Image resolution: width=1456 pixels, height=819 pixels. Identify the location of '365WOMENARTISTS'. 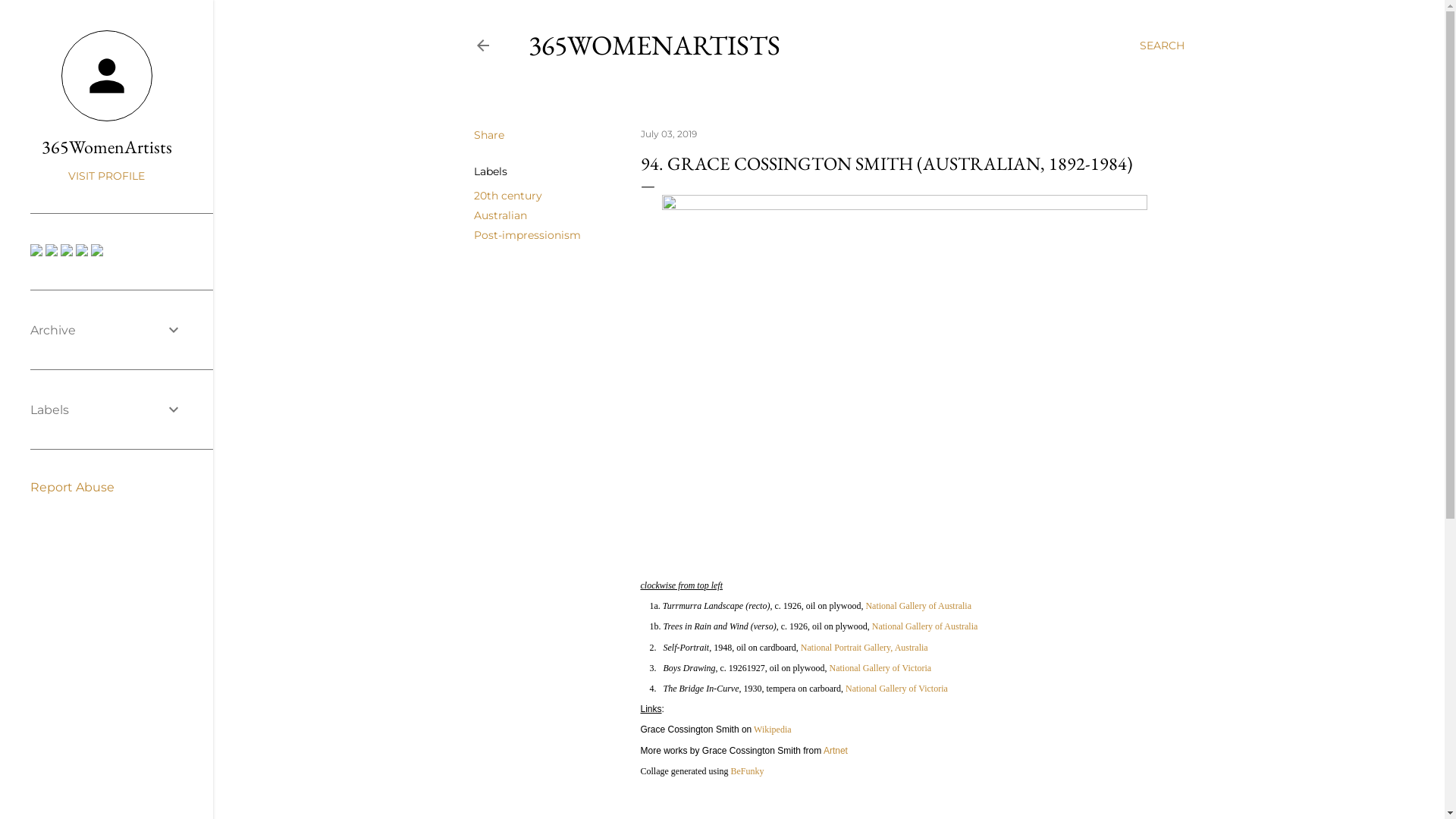
(654, 44).